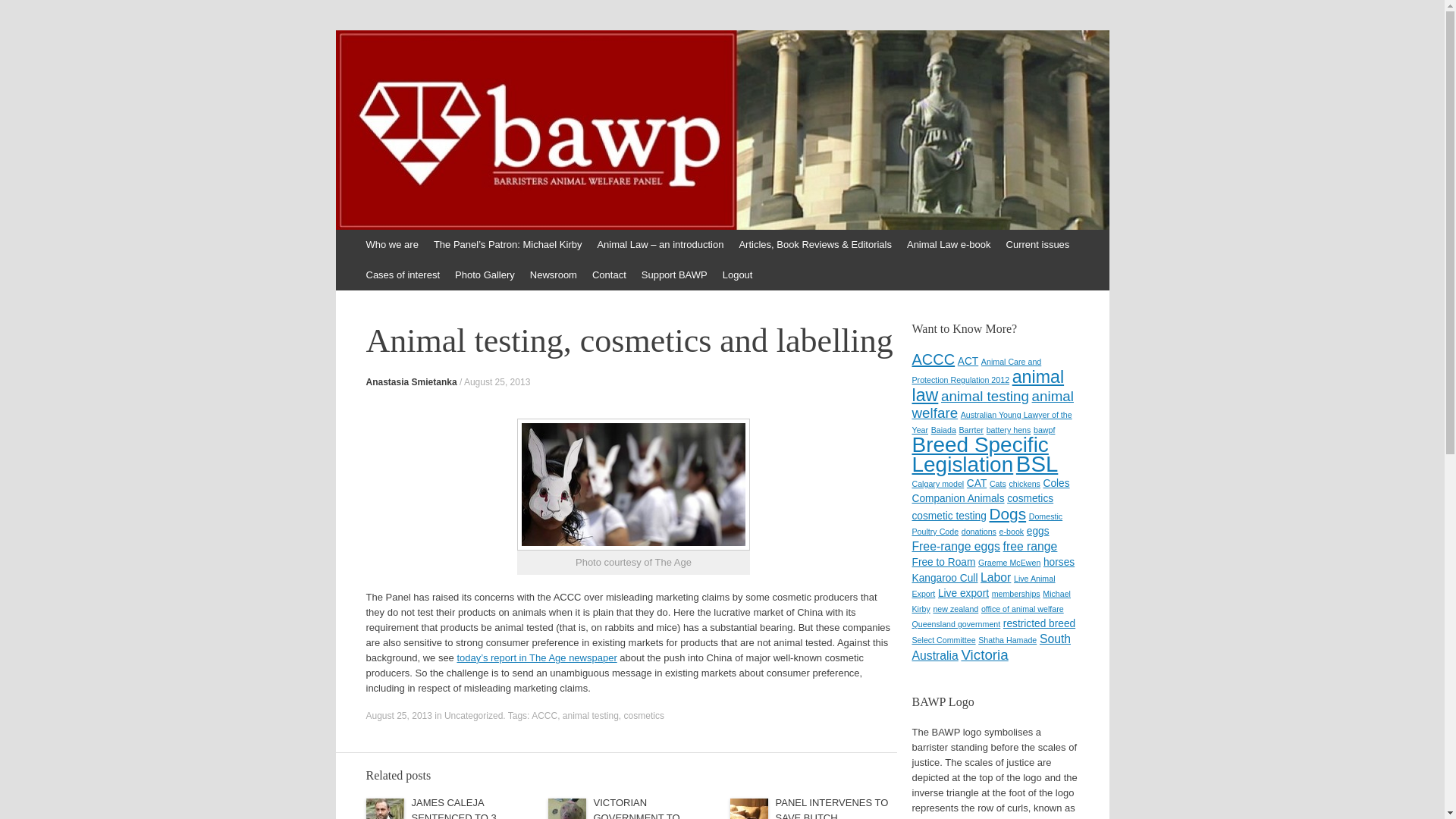 The height and width of the screenshot is (819, 1456). I want to click on 'Skip to content', so click(375, 244).